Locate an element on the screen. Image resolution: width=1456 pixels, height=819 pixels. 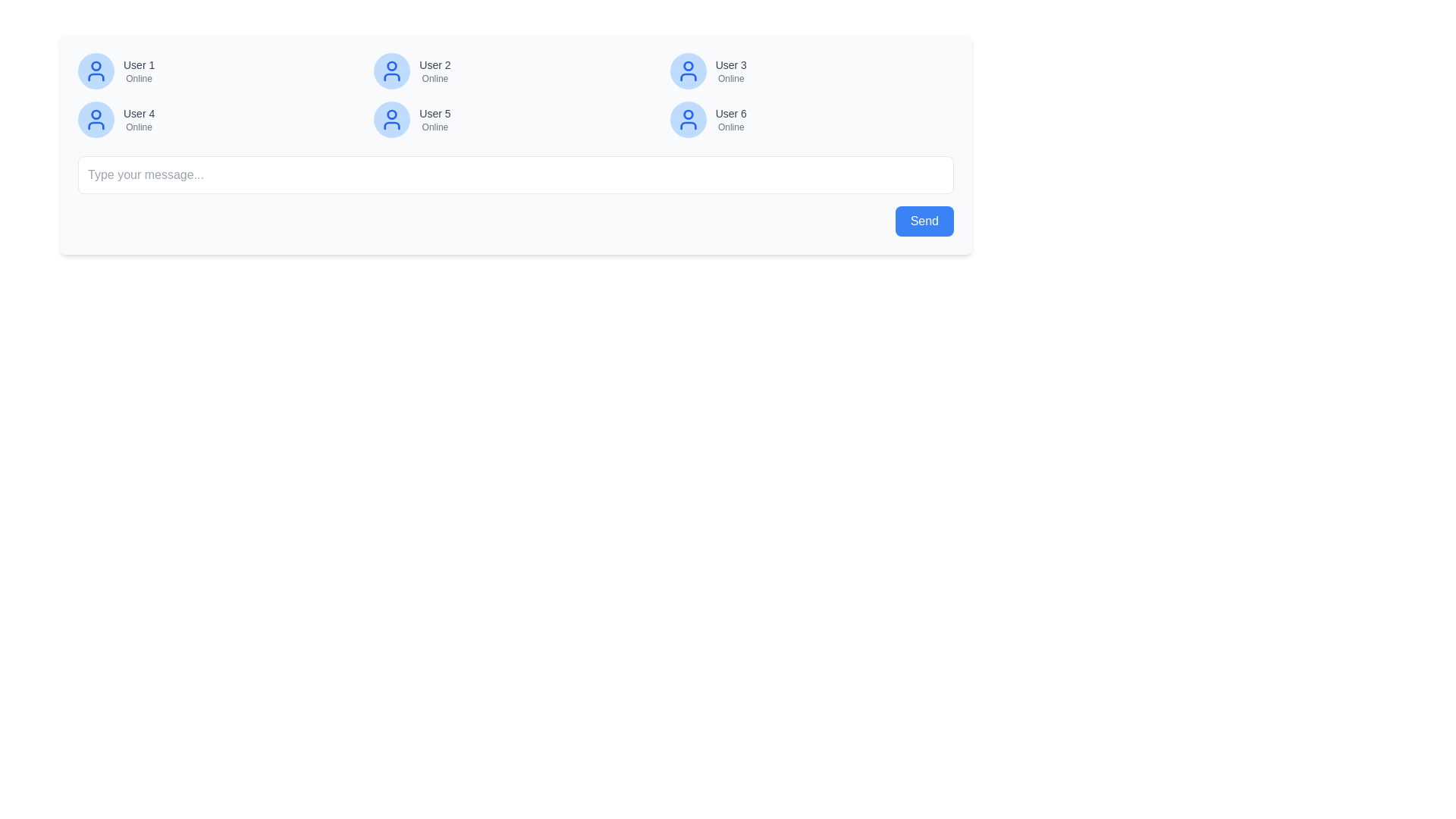
the static text display showing 'User 6' and 'Online', located in the second row, second column of the user elements grid is located at coordinates (731, 119).